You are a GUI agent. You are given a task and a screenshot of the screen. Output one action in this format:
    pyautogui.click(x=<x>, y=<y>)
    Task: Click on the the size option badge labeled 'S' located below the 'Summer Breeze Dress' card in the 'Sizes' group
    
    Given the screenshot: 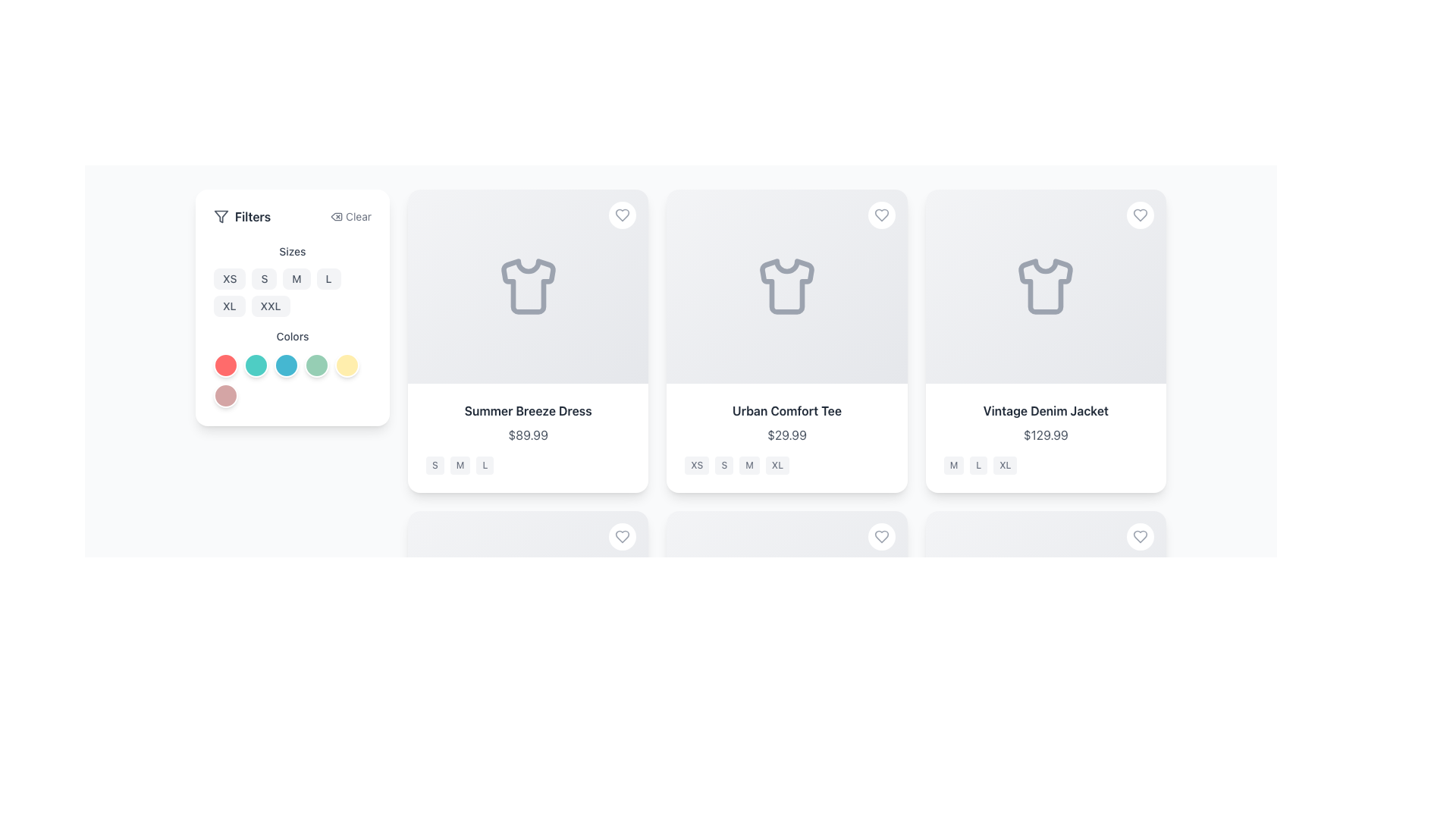 What is the action you would take?
    pyautogui.click(x=434, y=464)
    